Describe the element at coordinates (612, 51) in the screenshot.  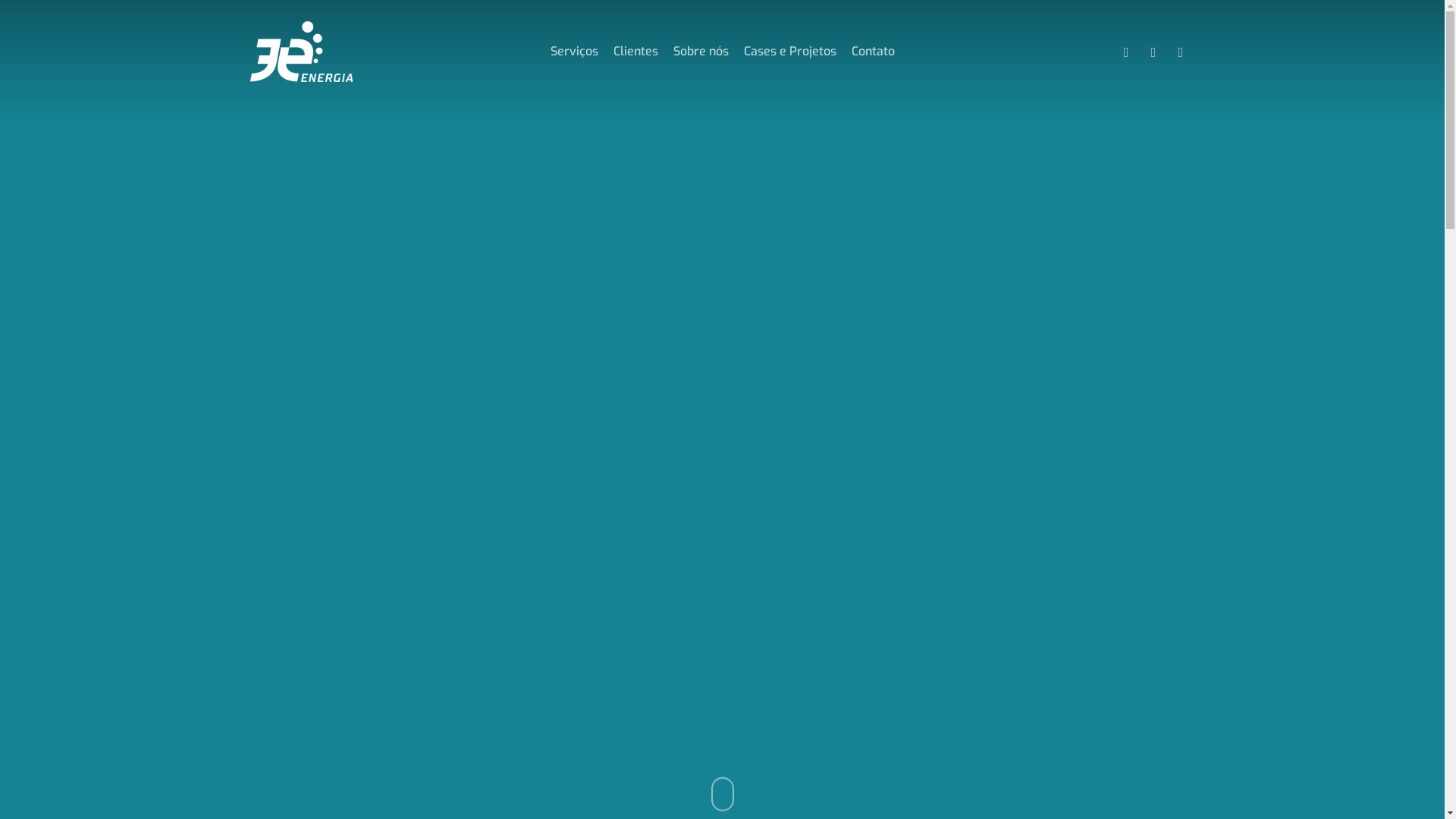
I see `'Clientes'` at that location.